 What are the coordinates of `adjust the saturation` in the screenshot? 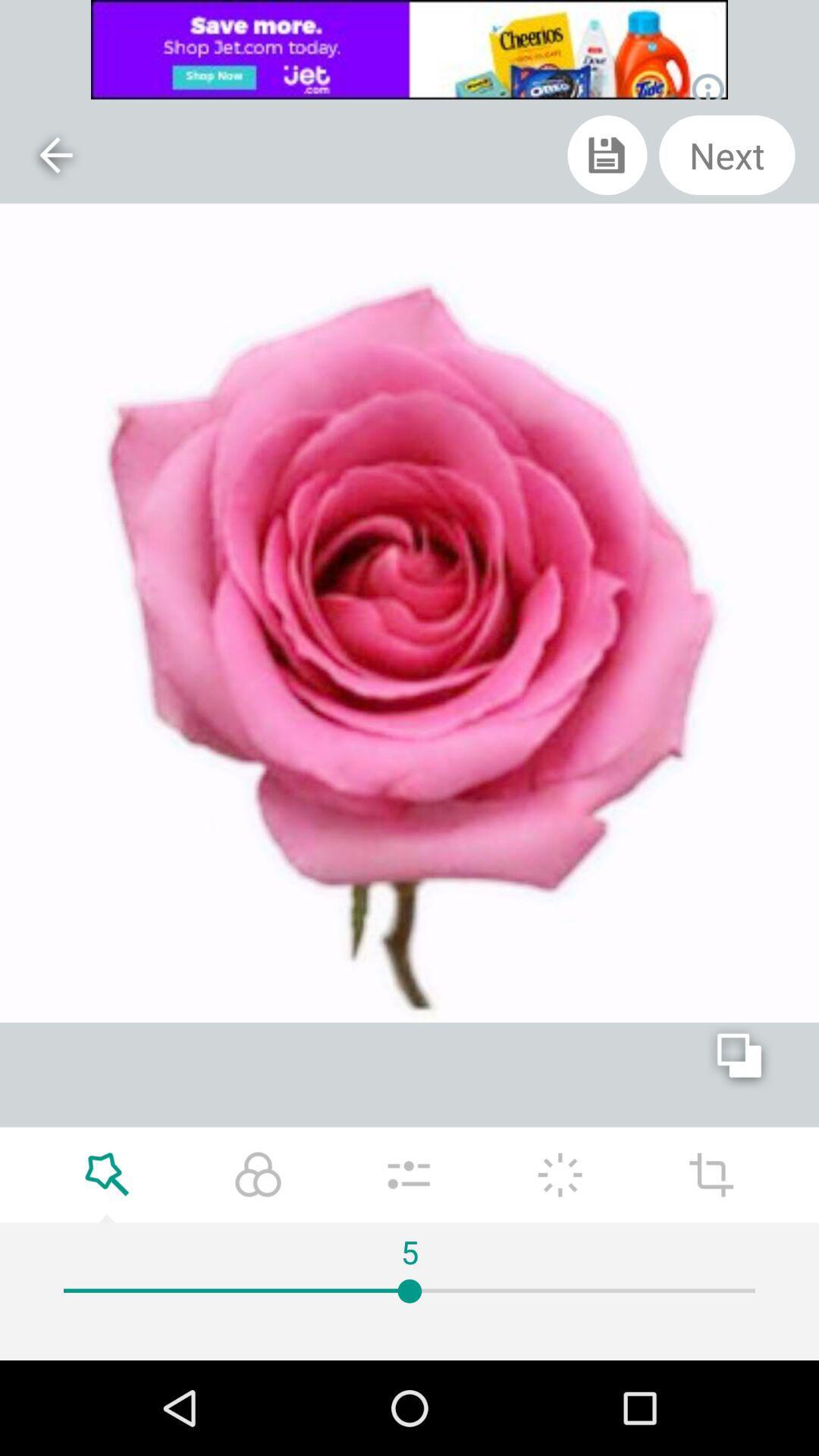 It's located at (408, 1174).